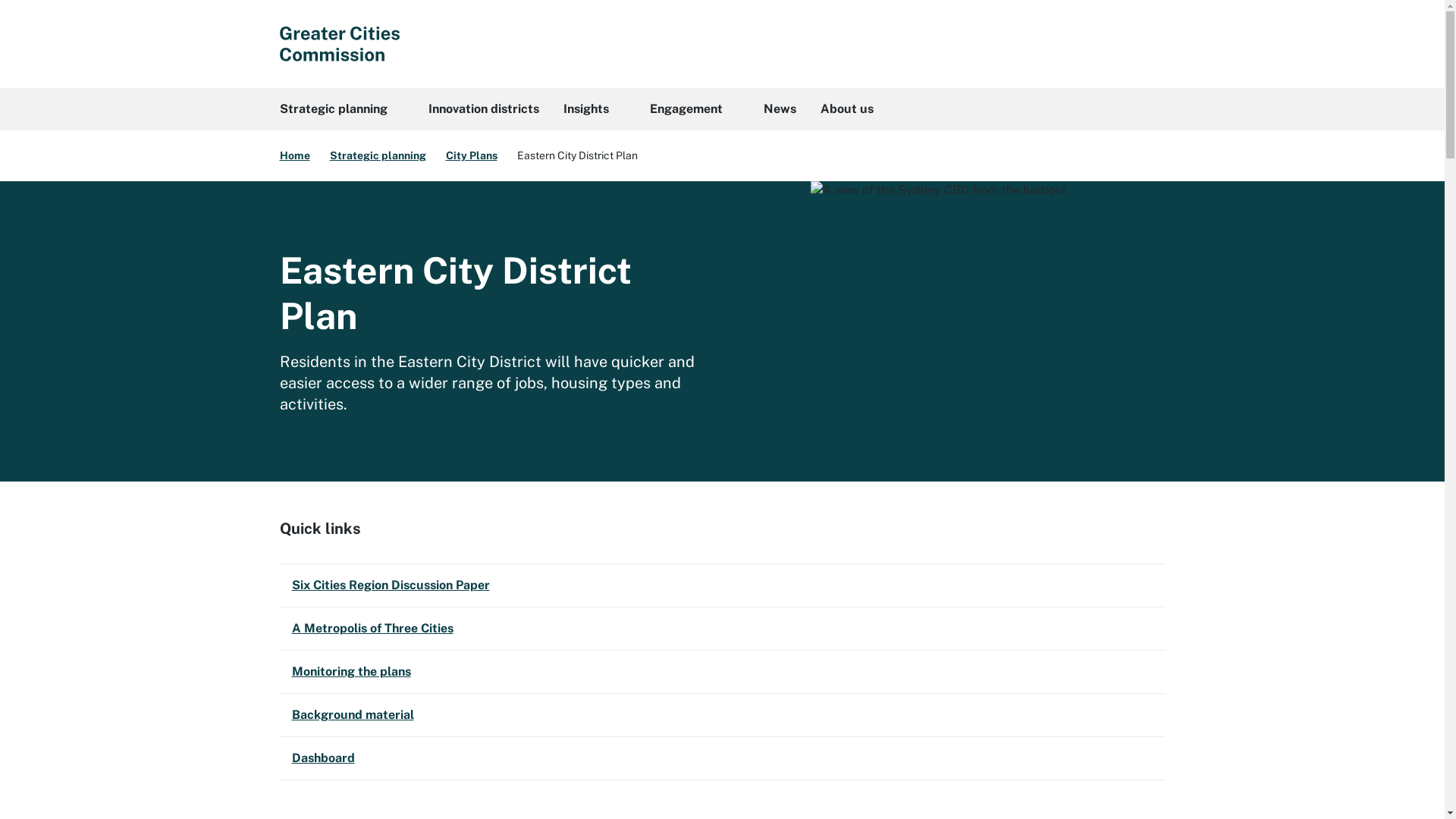 The width and height of the screenshot is (1456, 819). What do you see at coordinates (720, 758) in the screenshot?
I see `'Dashboard'` at bounding box center [720, 758].